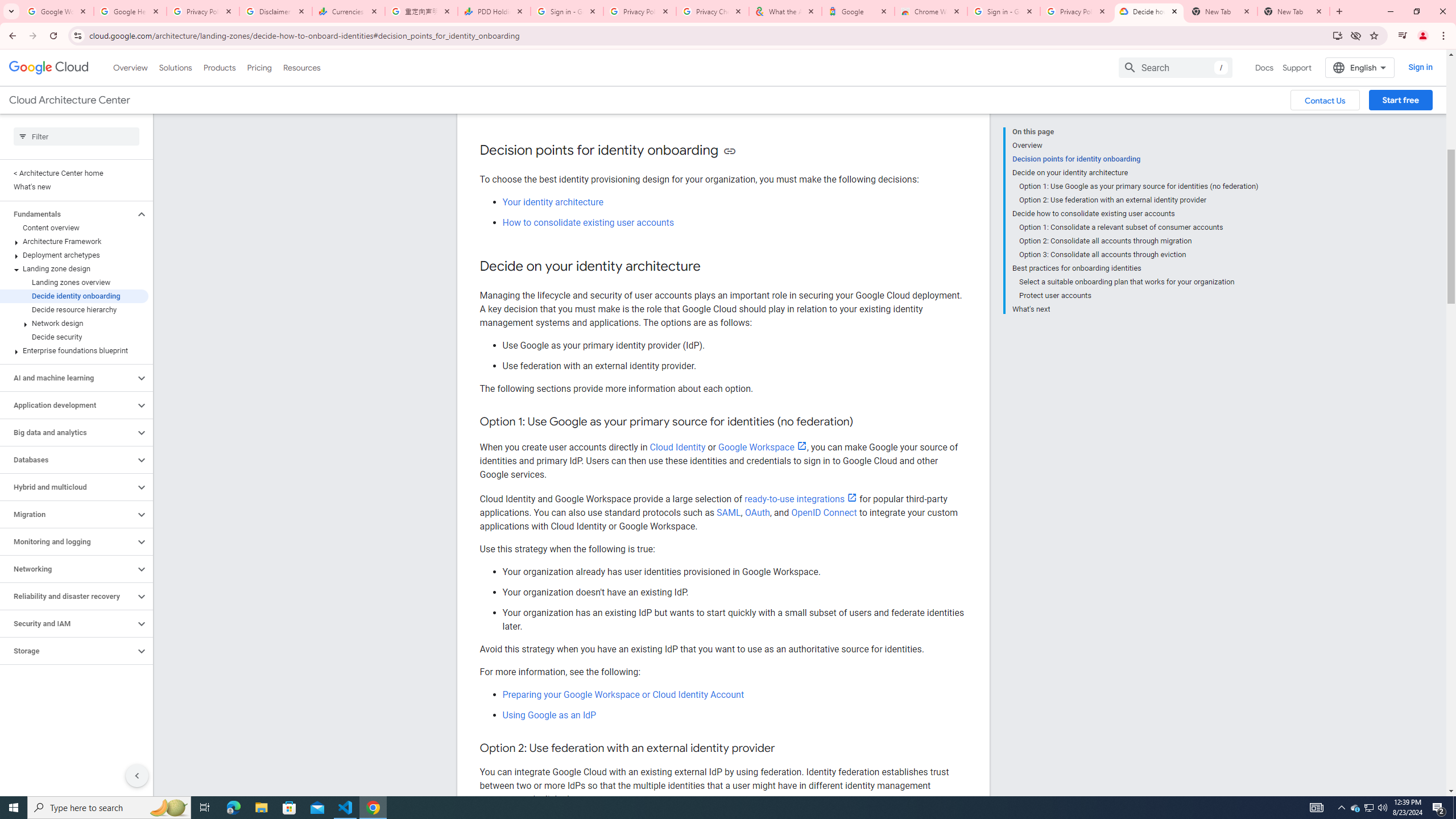  I want to click on 'Control your music, videos, and more', so click(1403, 35).